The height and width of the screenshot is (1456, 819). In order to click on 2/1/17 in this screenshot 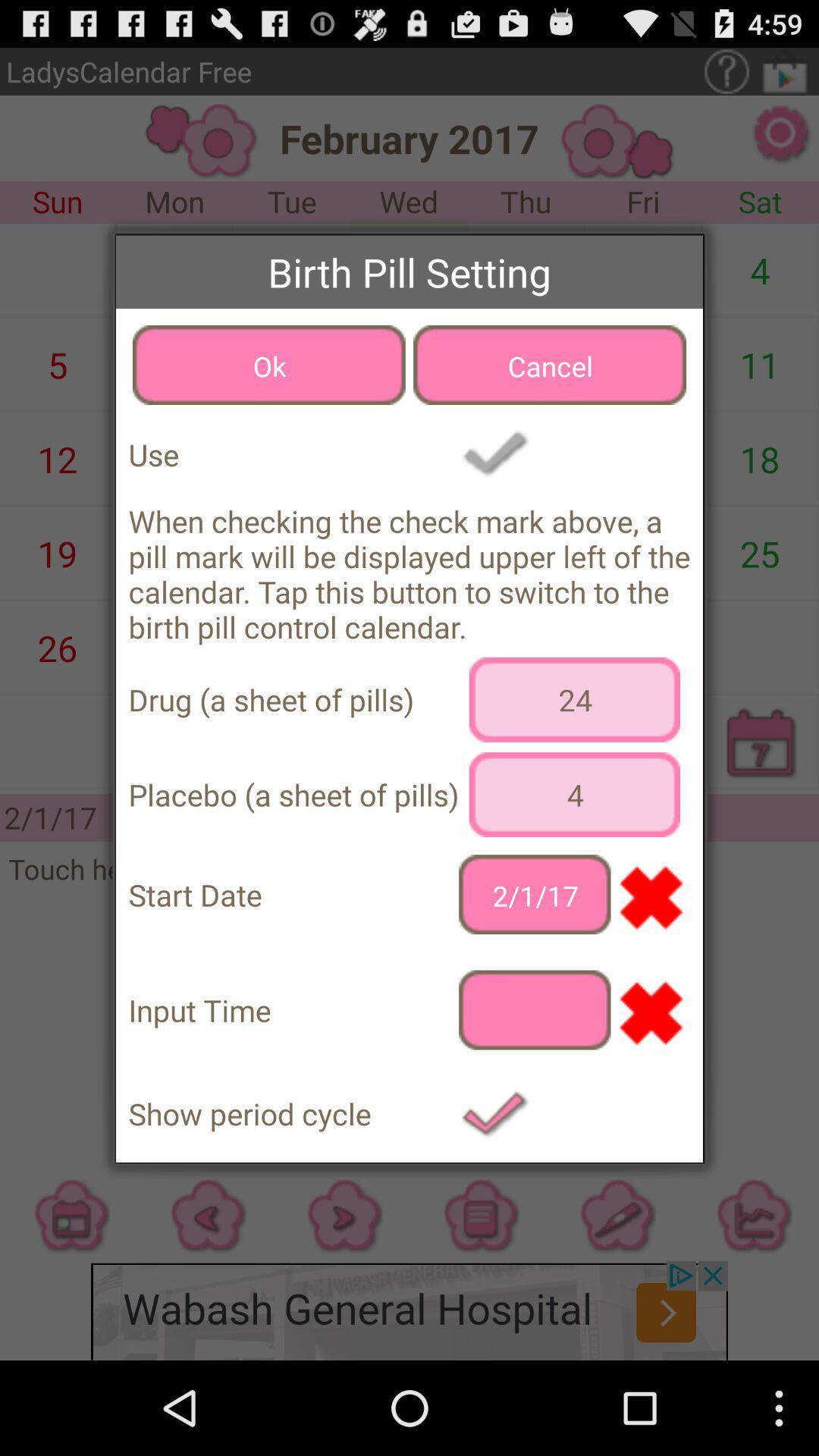, I will do `click(534, 894)`.